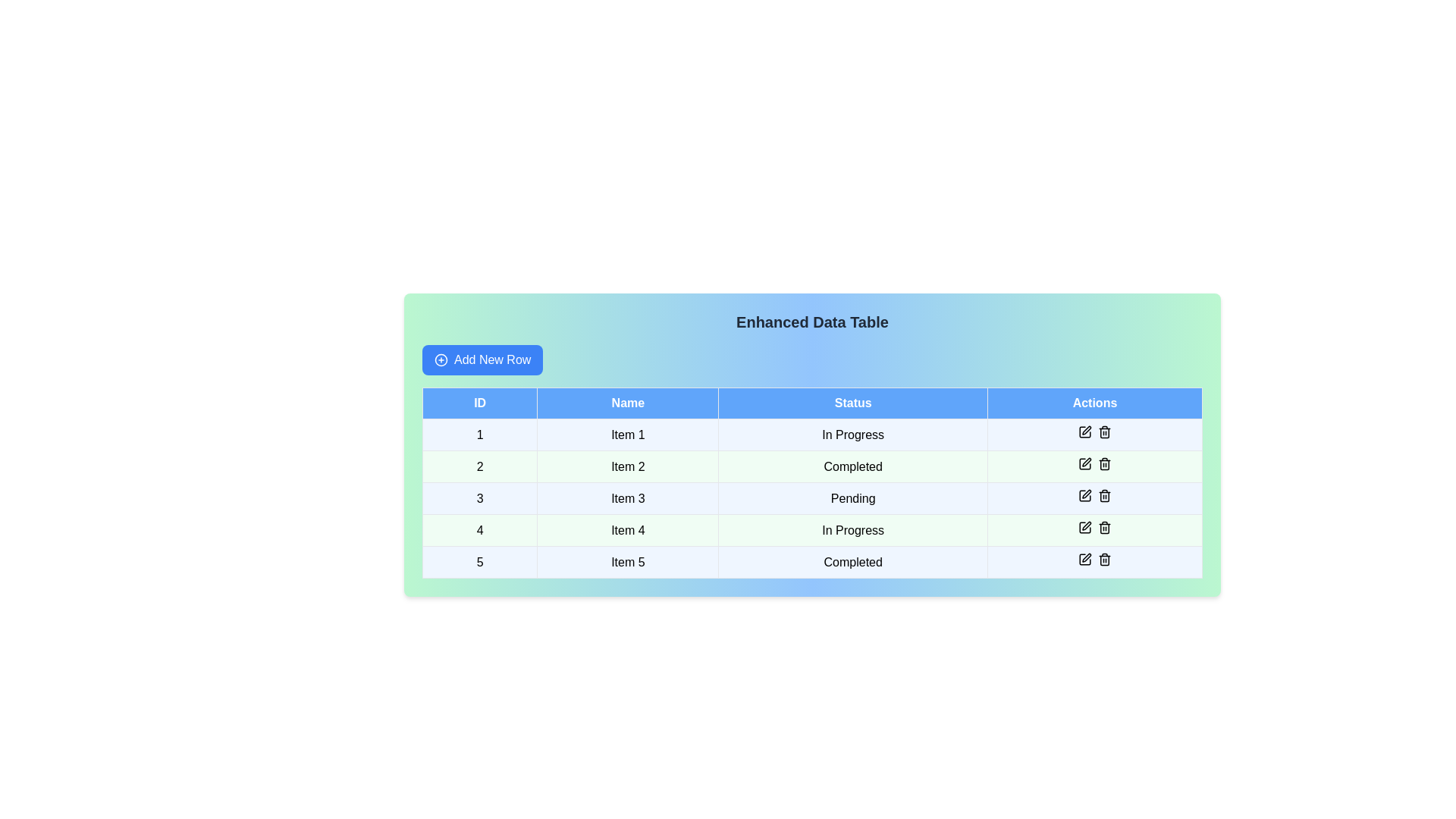  Describe the element at coordinates (1086, 557) in the screenshot. I see `the pen icon located in the last row of the 'Actions' column of the data table to initiate an edit action` at that location.